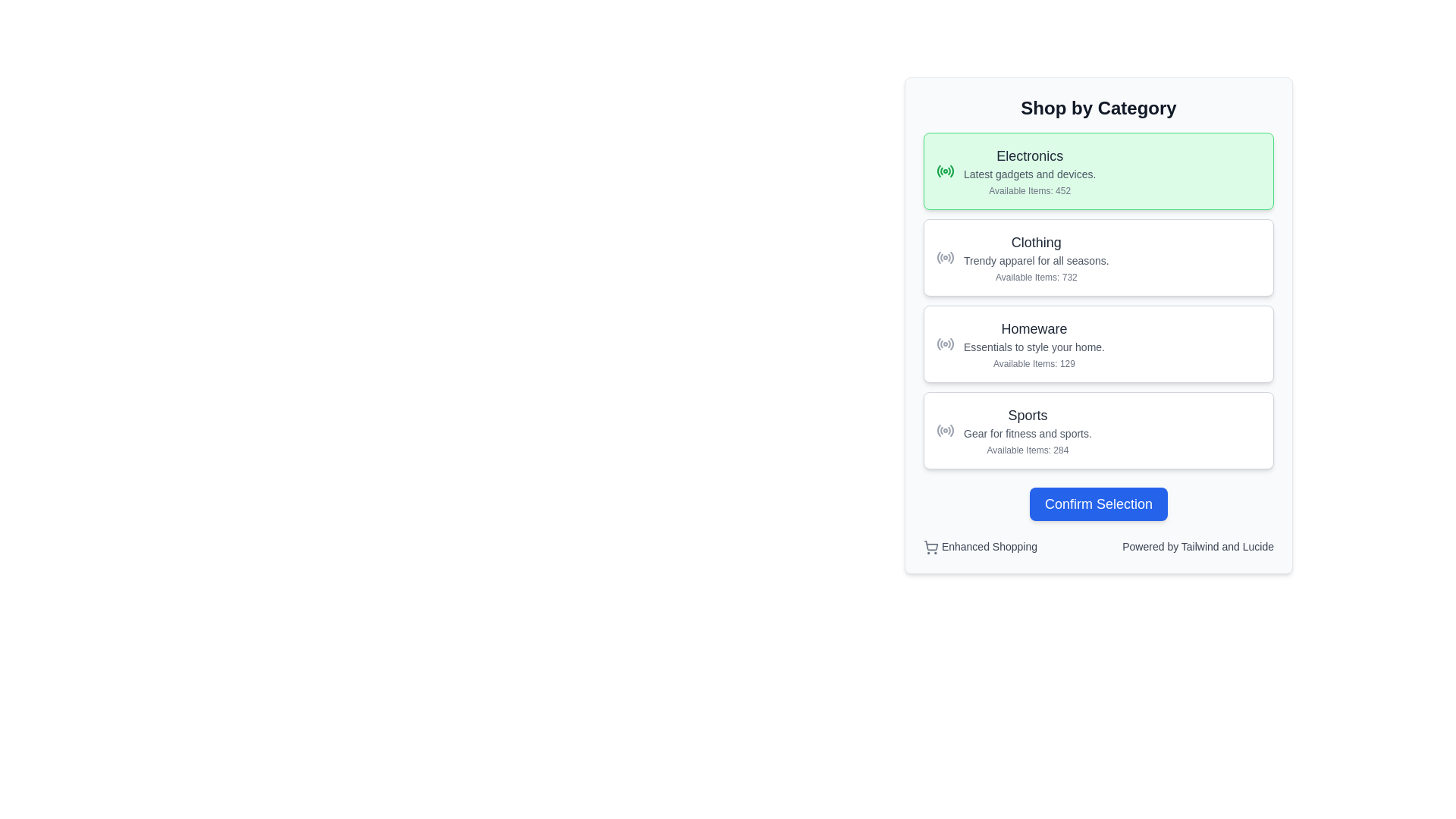 This screenshot has height=819, width=1456. I want to click on the visual representation of the shopping cart body icon located at the bottom left corner of the UI card, so click(930, 544).